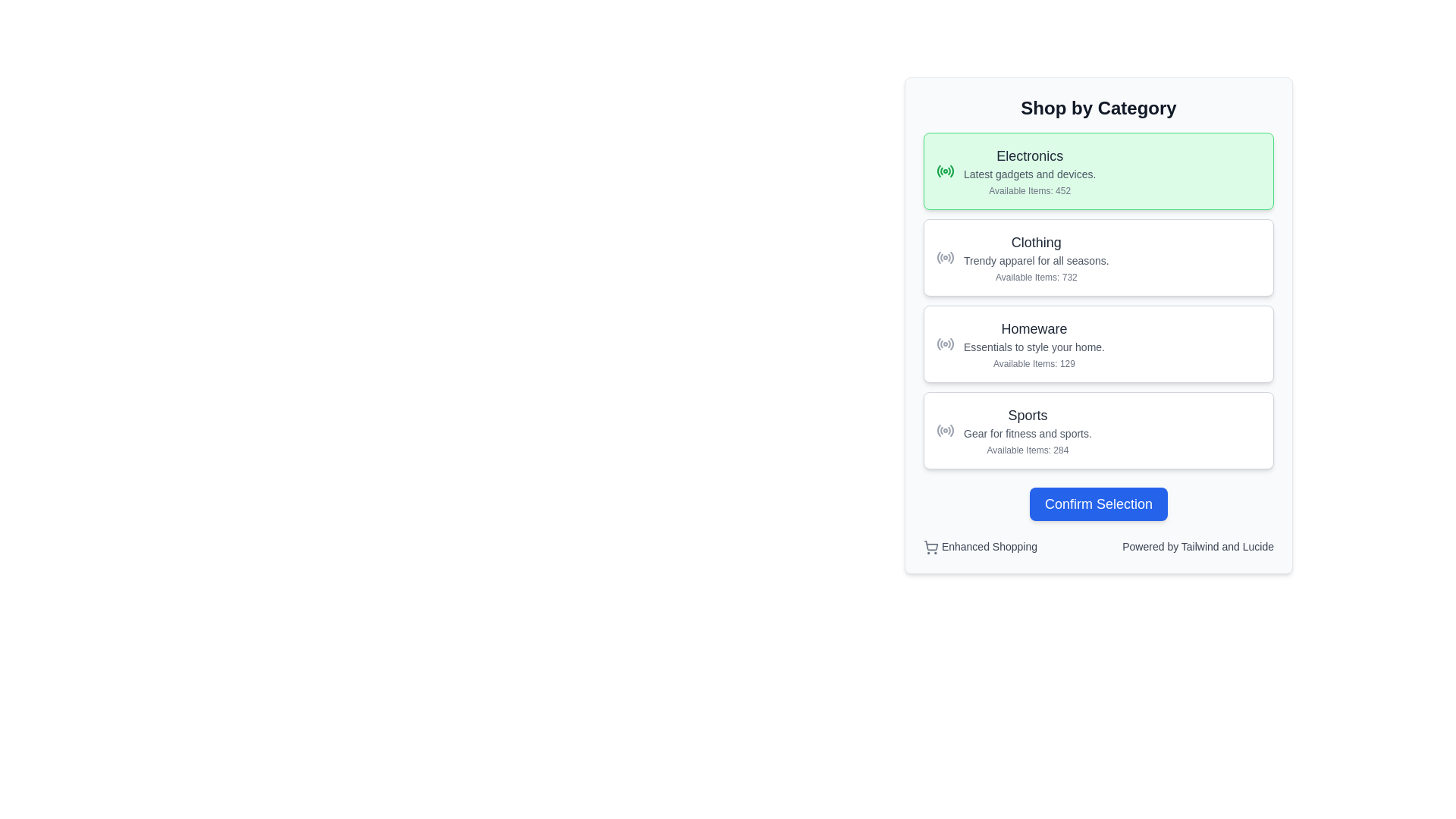 This screenshot has height=819, width=1456. I want to click on the visual representation of the shopping cart body icon located at the bottom left corner of the UI card, so click(930, 544).